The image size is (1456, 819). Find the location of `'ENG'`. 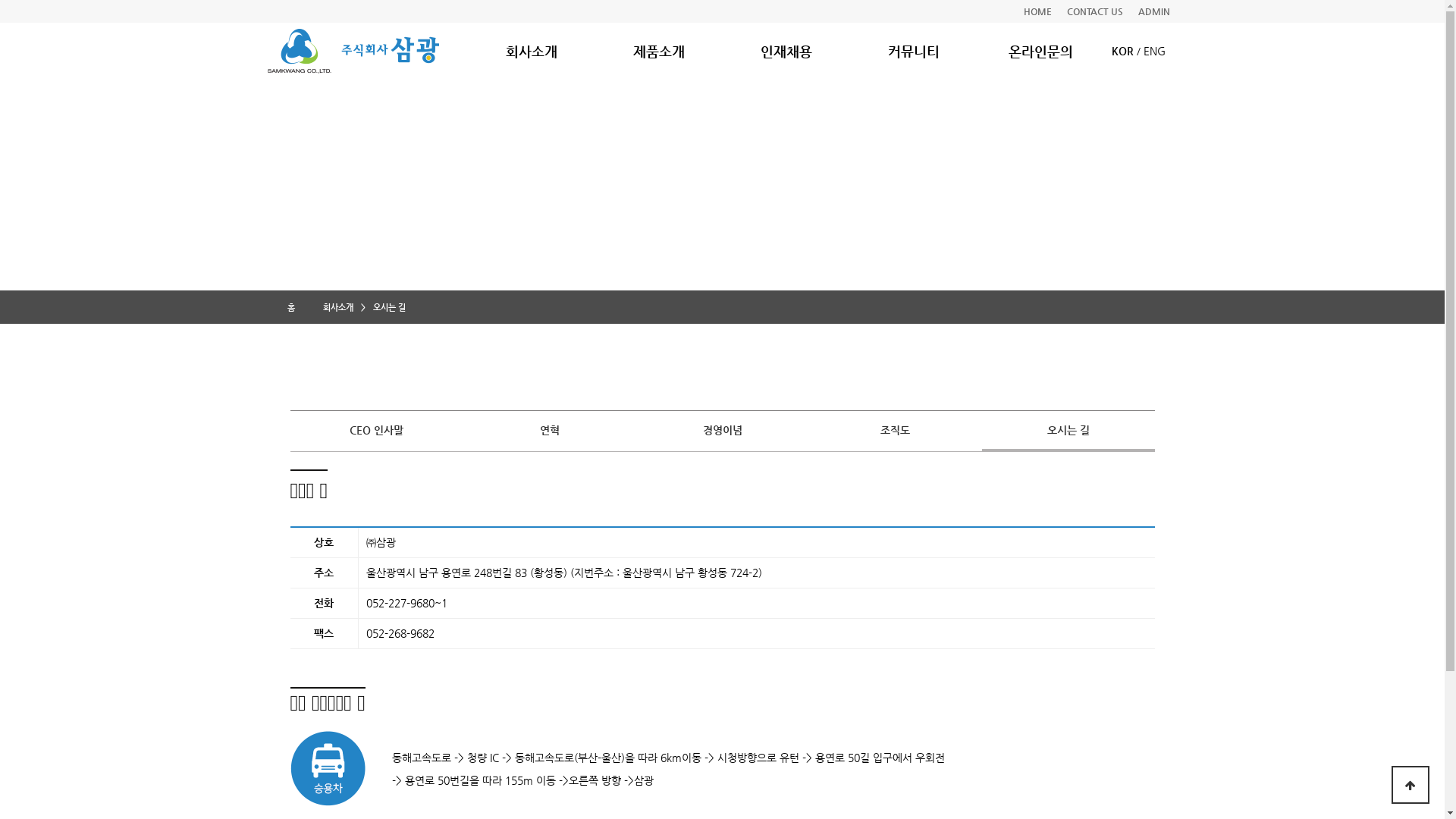

'ENG' is located at coordinates (1153, 49).